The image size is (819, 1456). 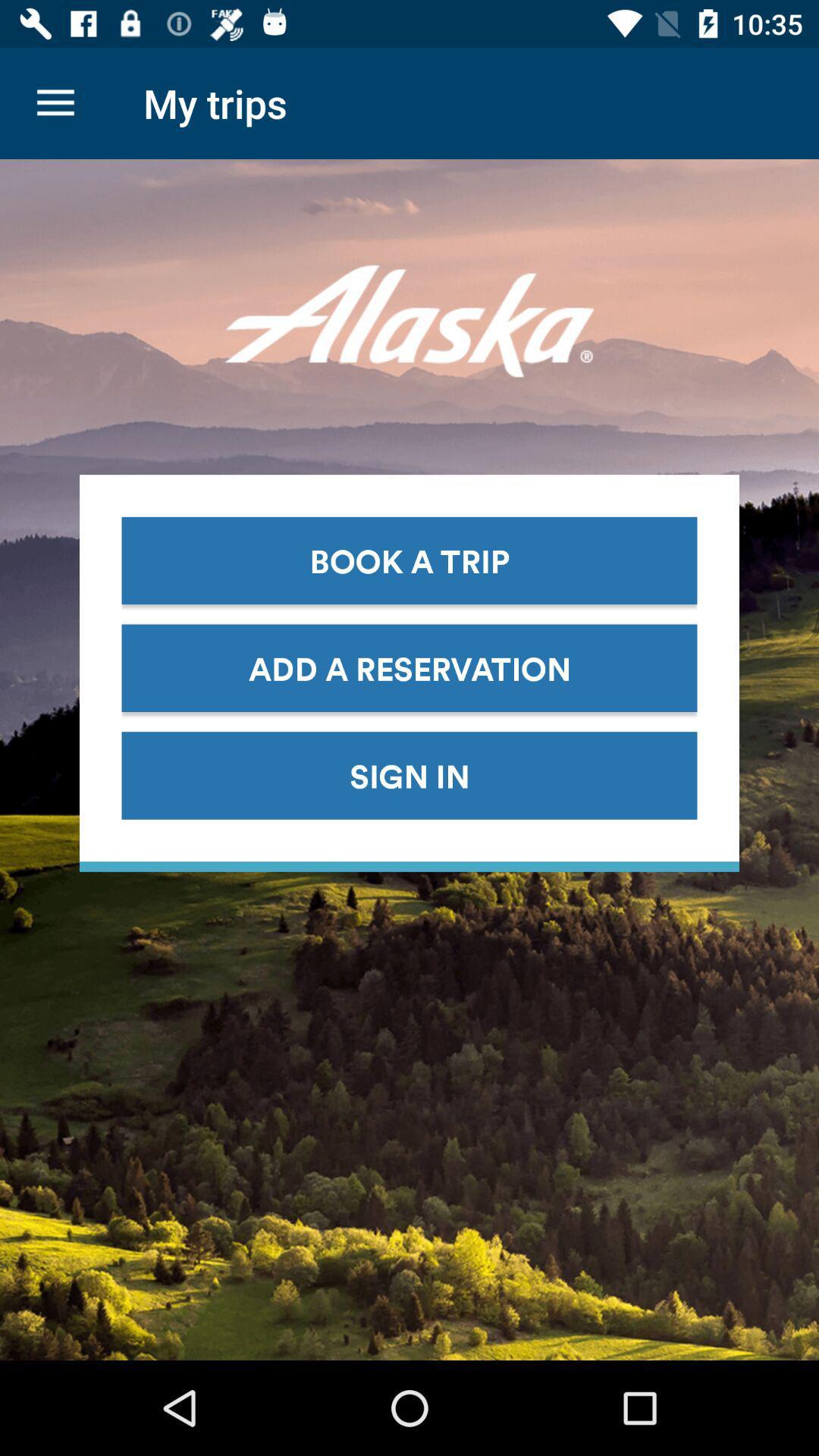 I want to click on the item to the left of the my trips icon, so click(x=55, y=102).